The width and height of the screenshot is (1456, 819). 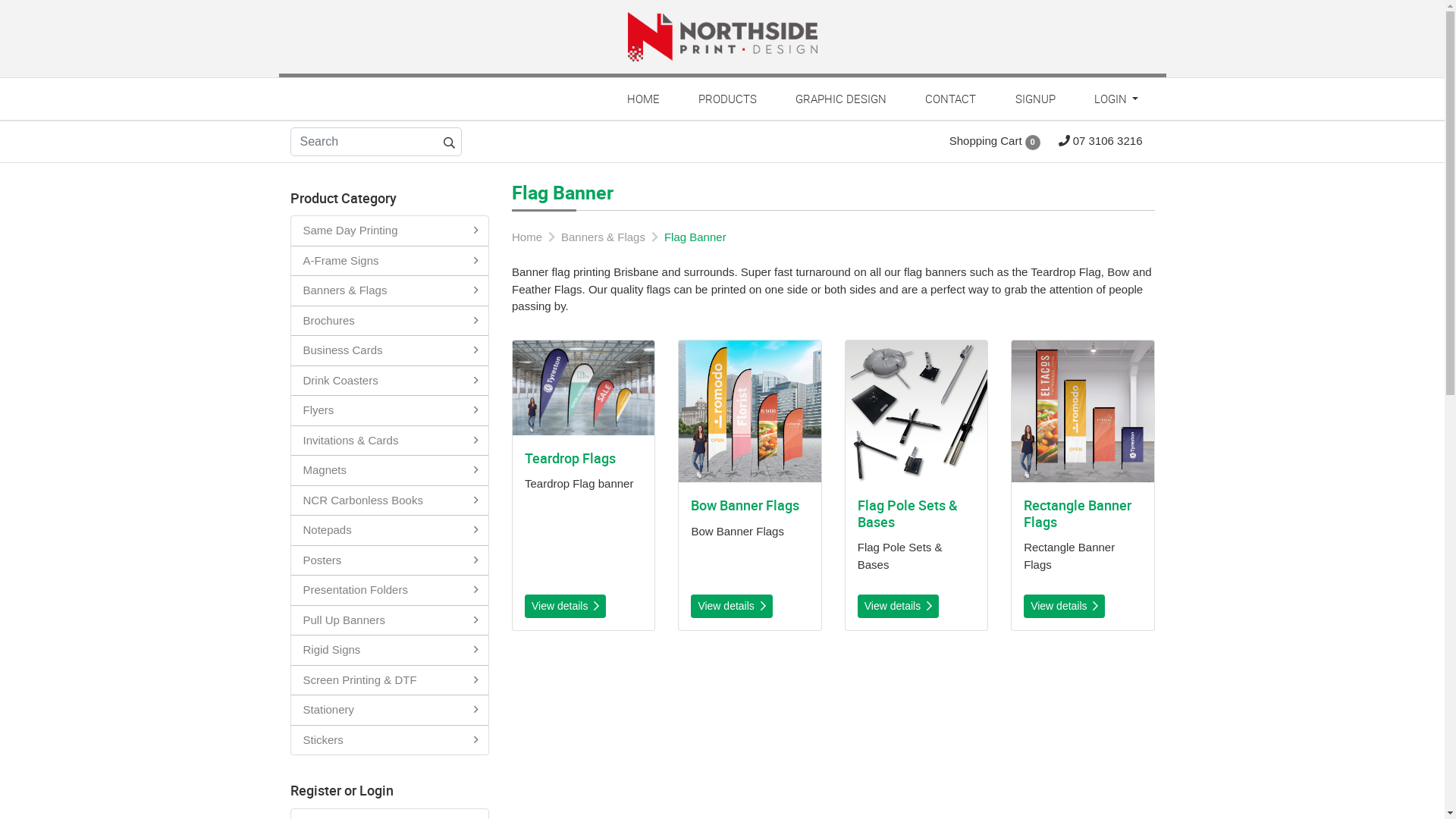 What do you see at coordinates (949, 99) in the screenshot?
I see `'CONTACT'` at bounding box center [949, 99].